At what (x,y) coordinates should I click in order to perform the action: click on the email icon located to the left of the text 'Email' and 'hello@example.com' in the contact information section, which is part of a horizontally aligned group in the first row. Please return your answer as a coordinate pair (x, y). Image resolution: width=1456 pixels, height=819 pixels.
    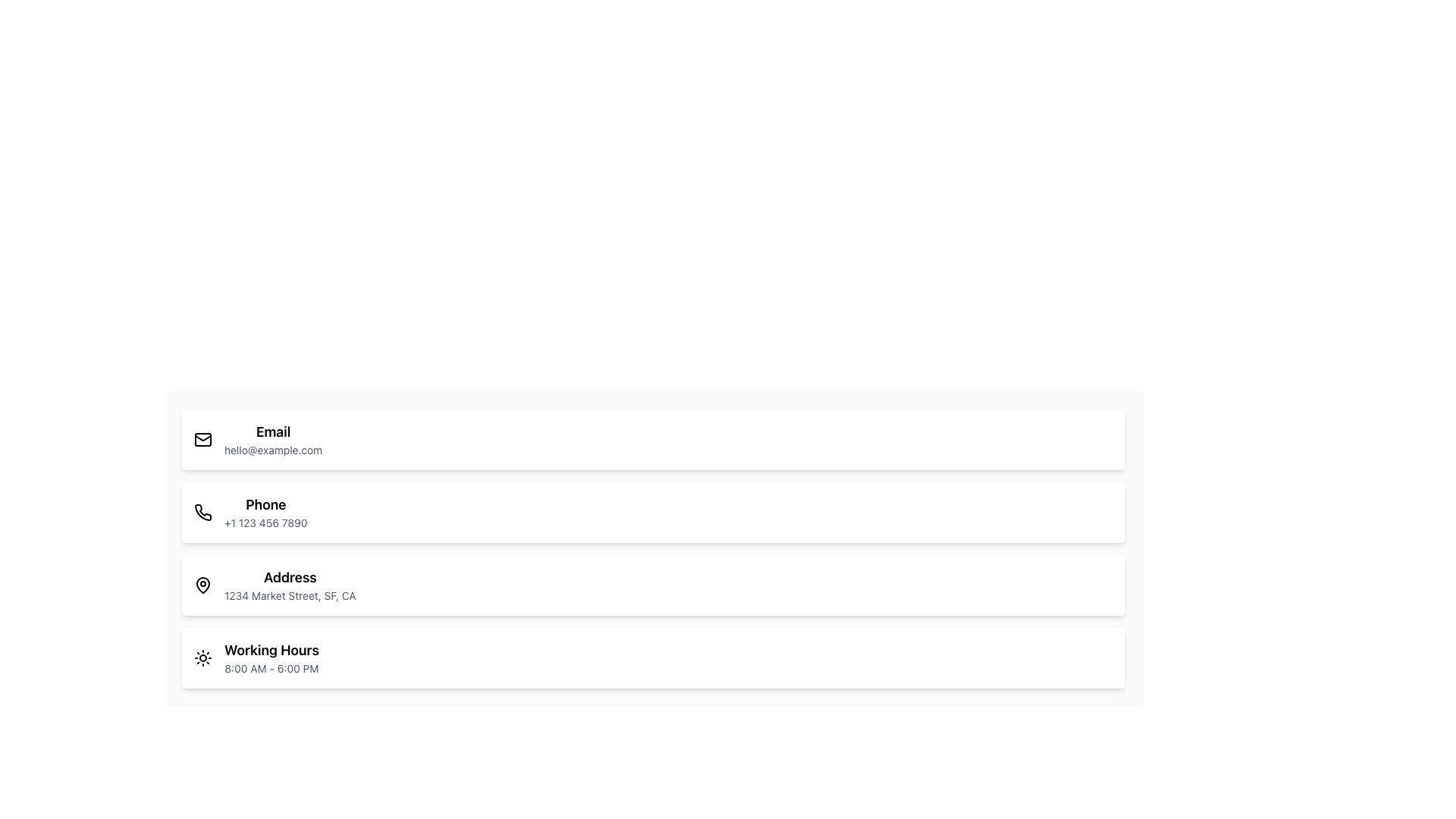
    Looking at the image, I should click on (202, 439).